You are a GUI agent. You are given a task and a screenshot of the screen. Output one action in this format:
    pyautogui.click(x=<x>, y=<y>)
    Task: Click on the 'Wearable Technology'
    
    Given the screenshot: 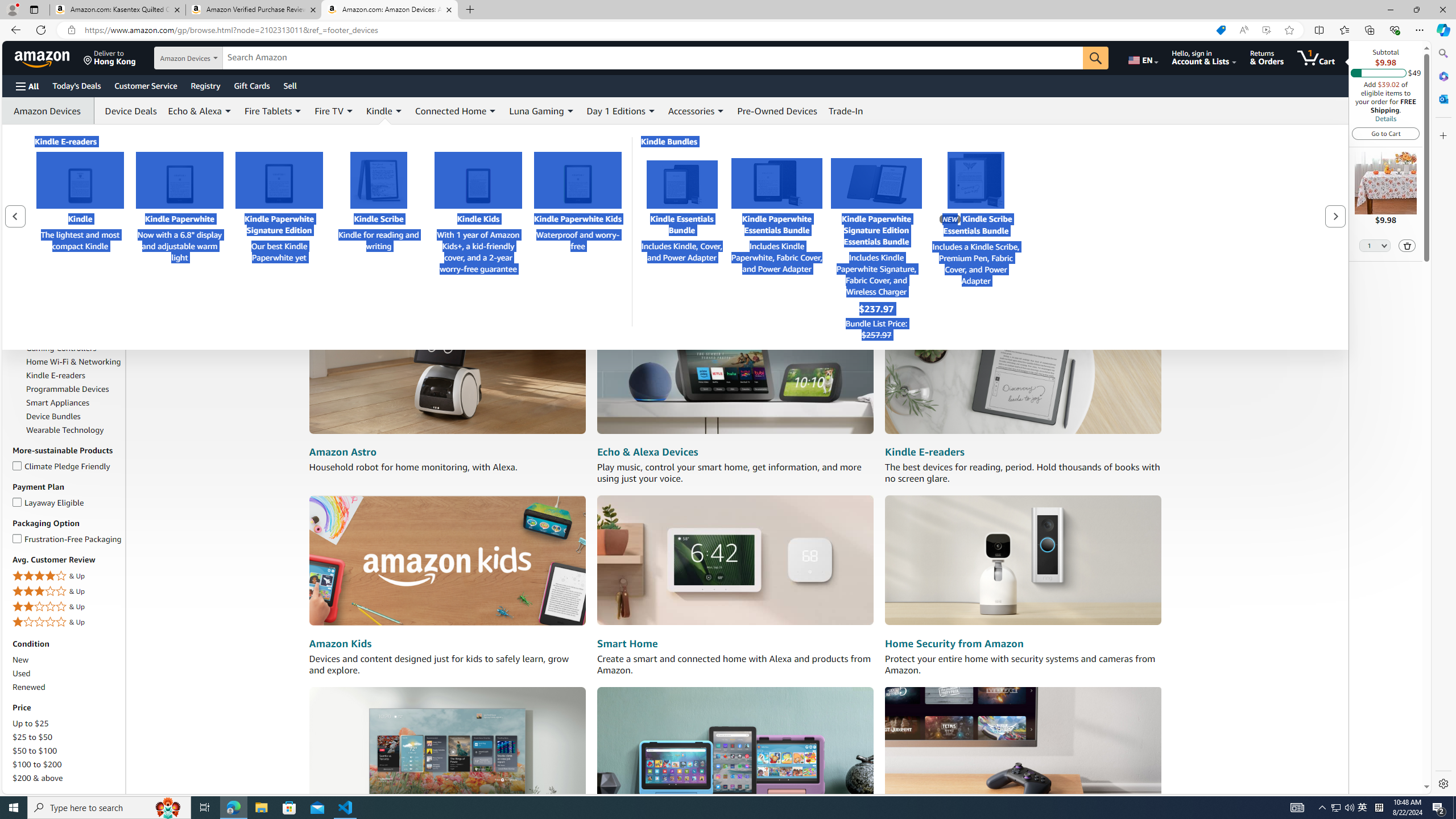 What is the action you would take?
    pyautogui.click(x=64, y=429)
    